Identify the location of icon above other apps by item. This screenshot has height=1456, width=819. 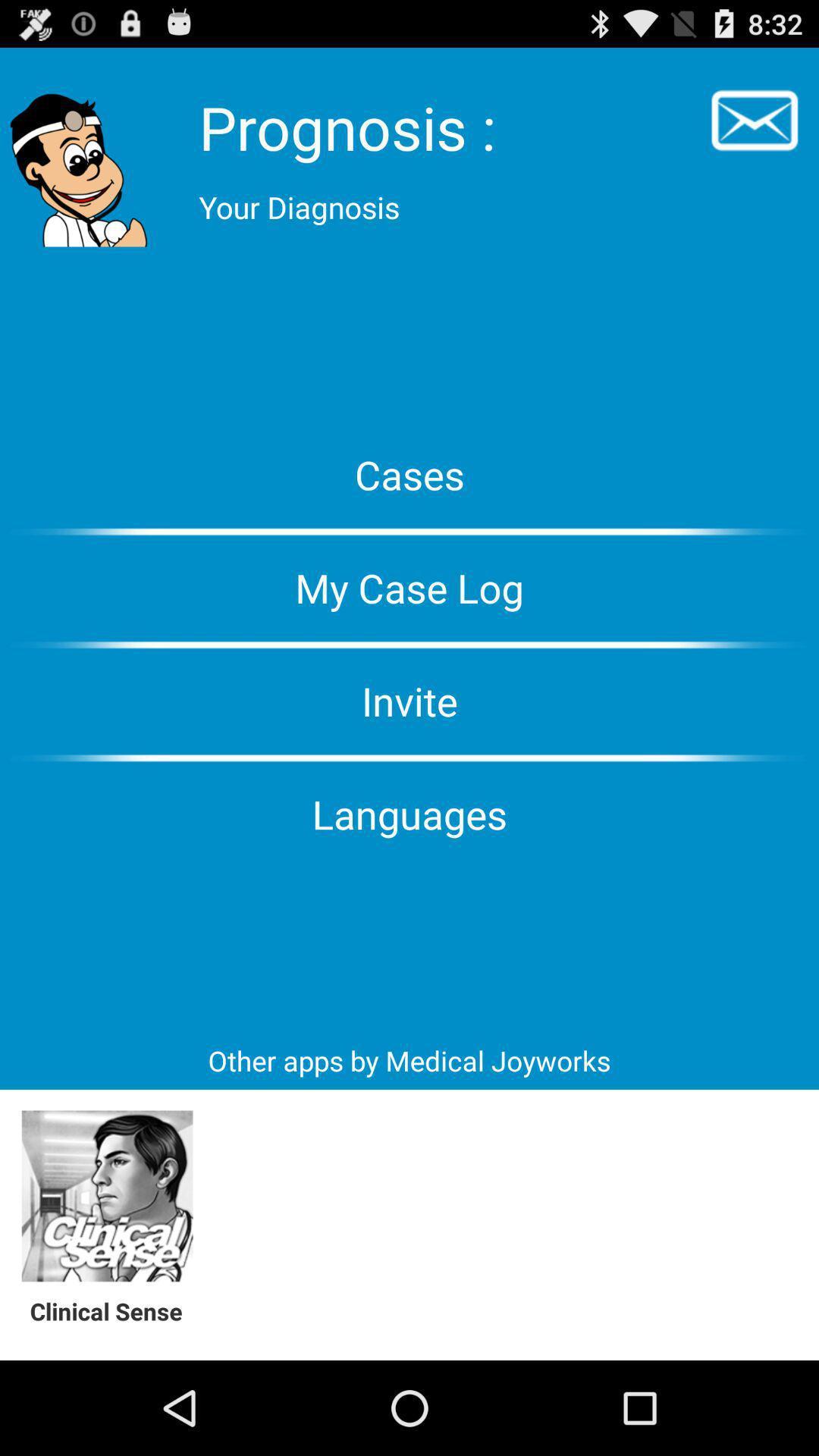
(409, 813).